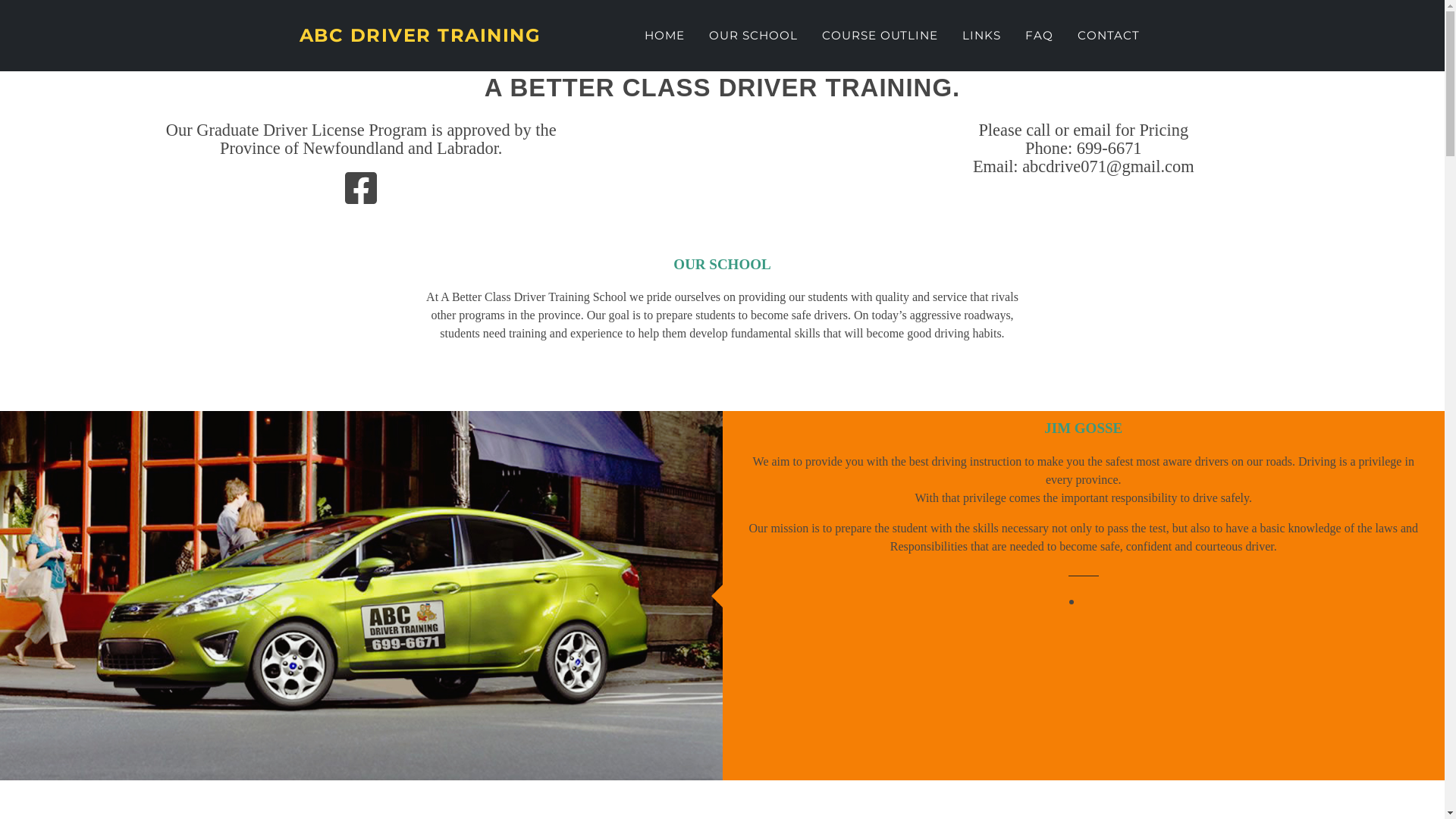 The height and width of the screenshot is (819, 1456). Describe the element at coordinates (981, 35) in the screenshot. I see `'LINKS'` at that location.